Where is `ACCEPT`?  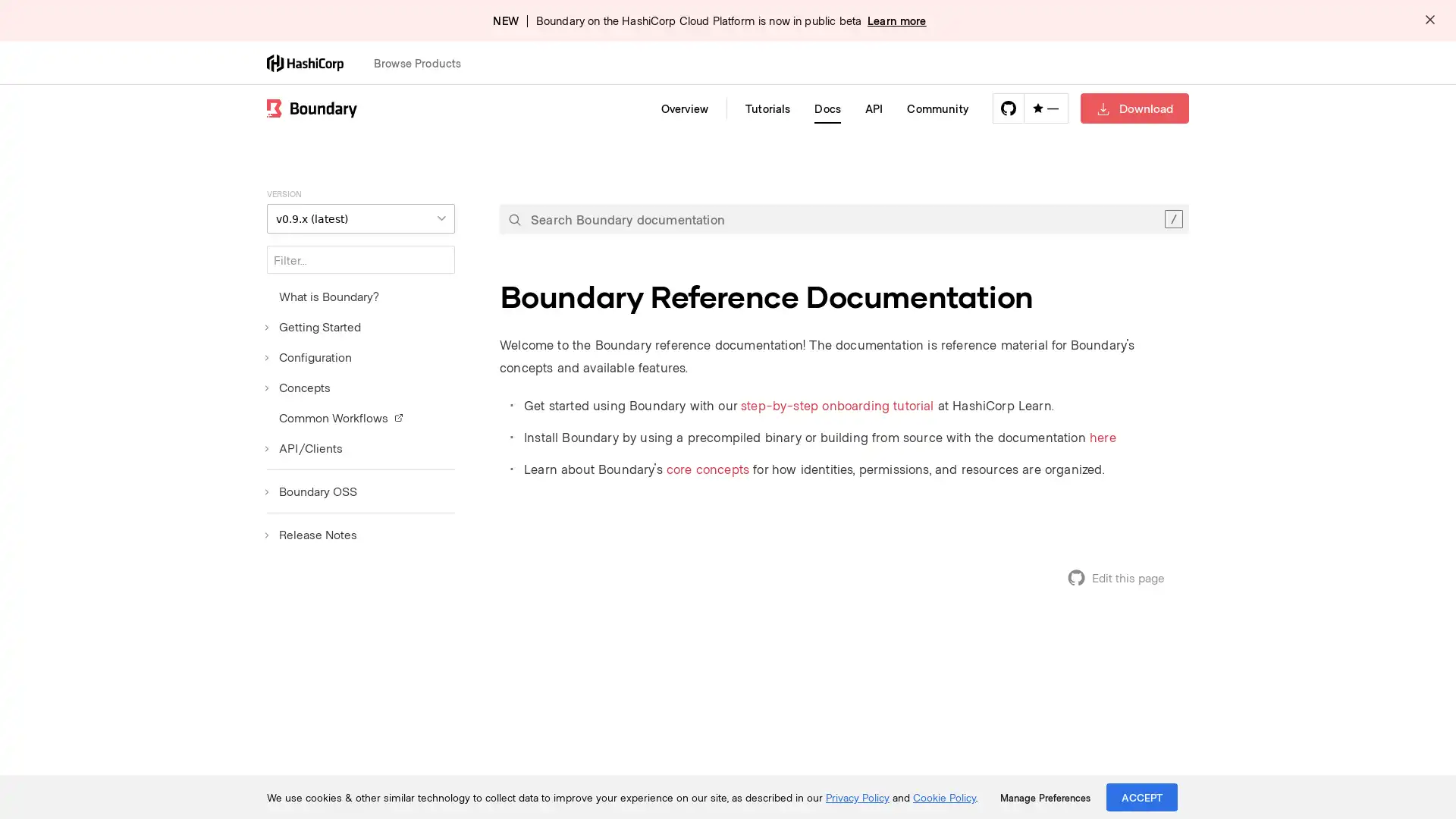
ACCEPT is located at coordinates (1142, 796).